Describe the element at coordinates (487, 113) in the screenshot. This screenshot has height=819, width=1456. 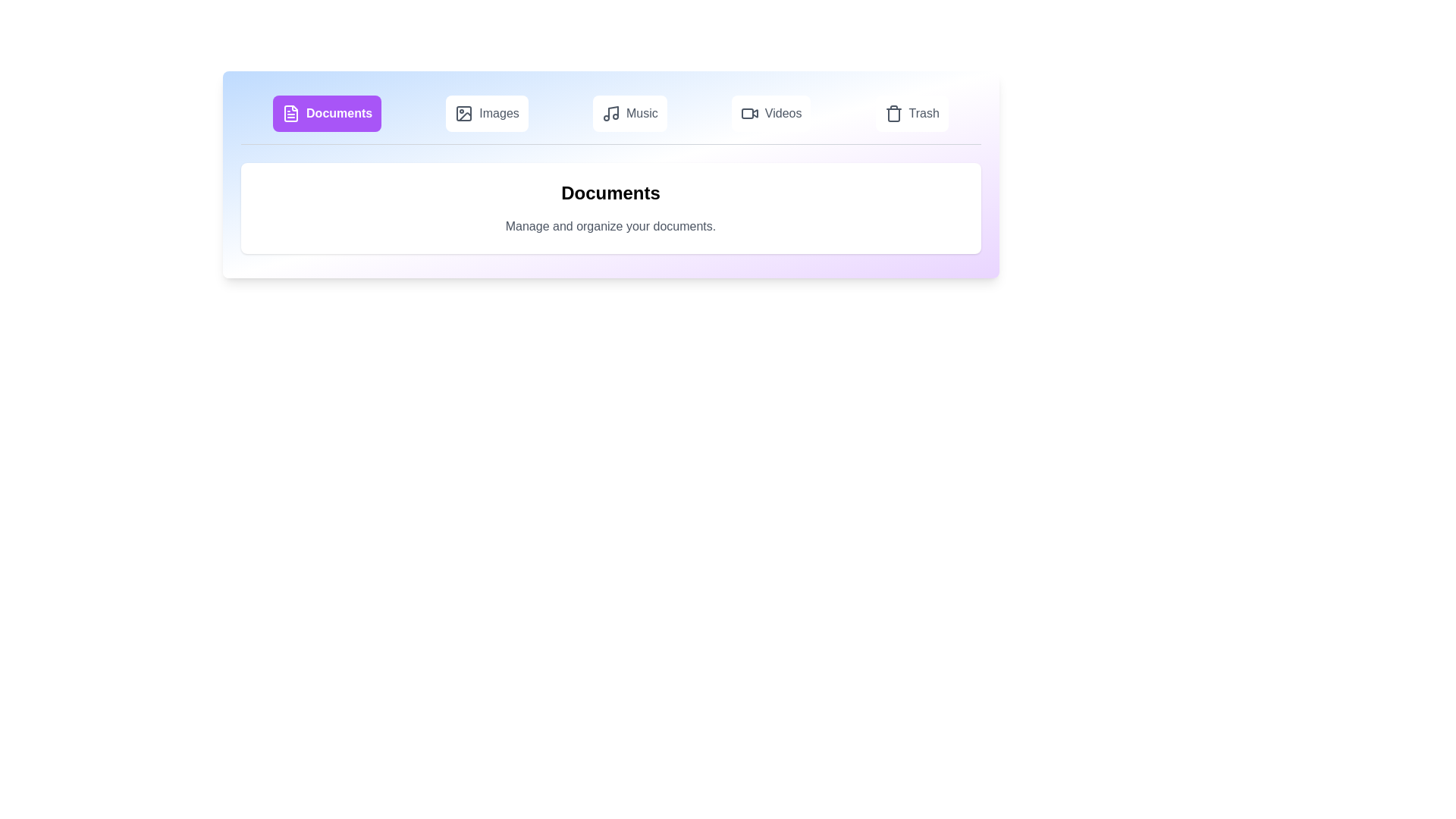
I see `the Images tab to view its contents` at that location.